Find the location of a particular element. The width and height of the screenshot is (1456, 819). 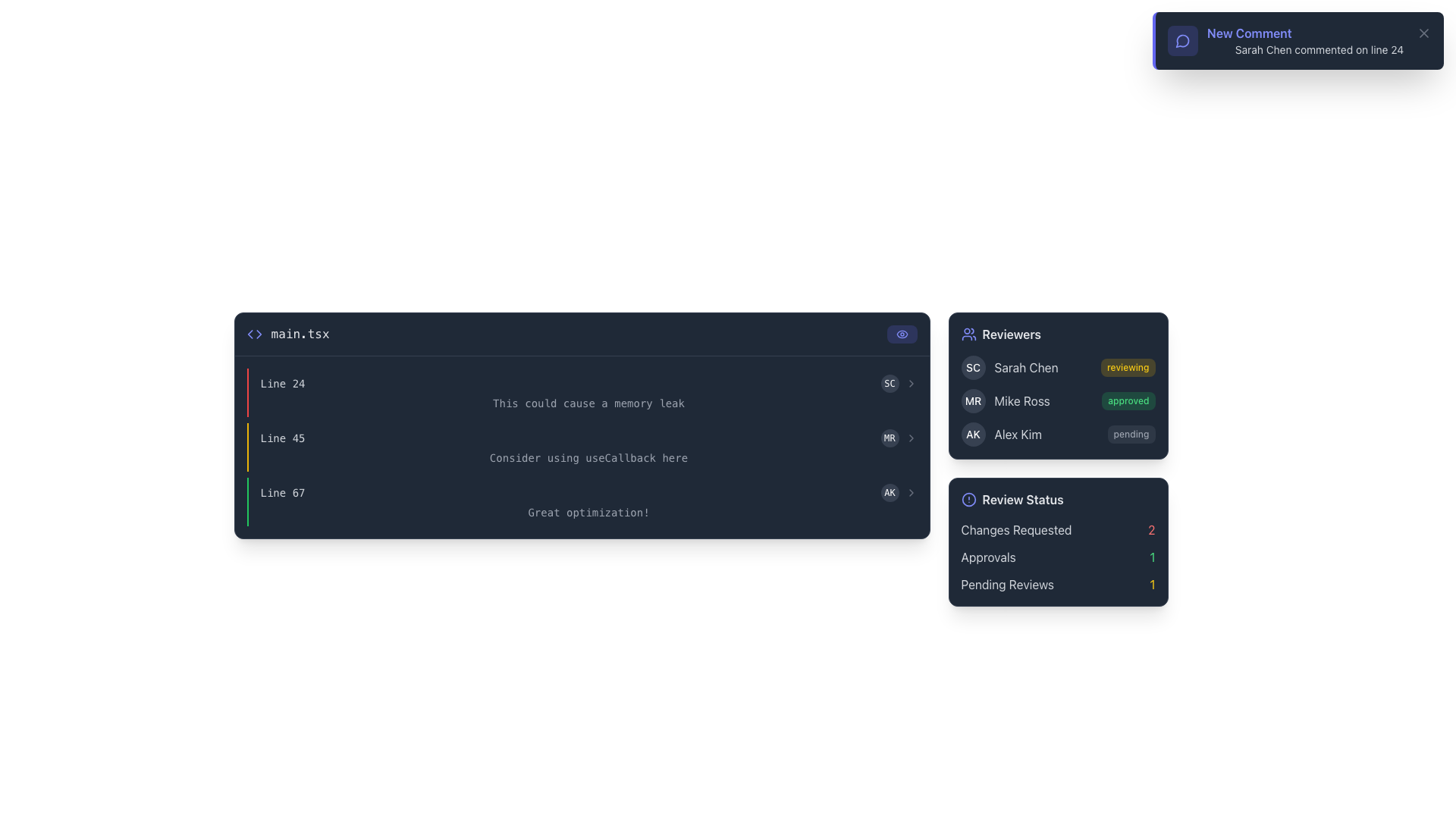

the text display element that identifies the reviewer named 'Alex Kim', located to the right of 'AK' in the 'Reviewers' section, which is the third entry in the list of reviewers is located at coordinates (1018, 435).